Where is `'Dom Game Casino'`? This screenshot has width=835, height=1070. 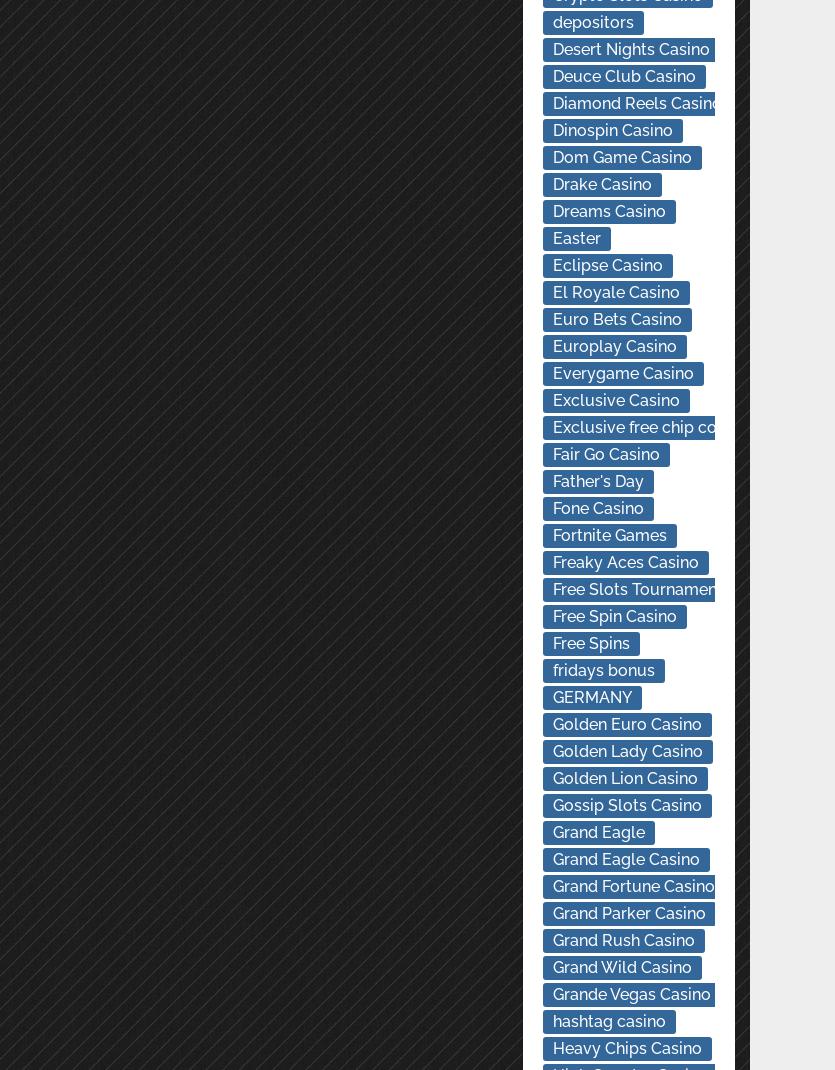
'Dom Game Casino' is located at coordinates (620, 157).